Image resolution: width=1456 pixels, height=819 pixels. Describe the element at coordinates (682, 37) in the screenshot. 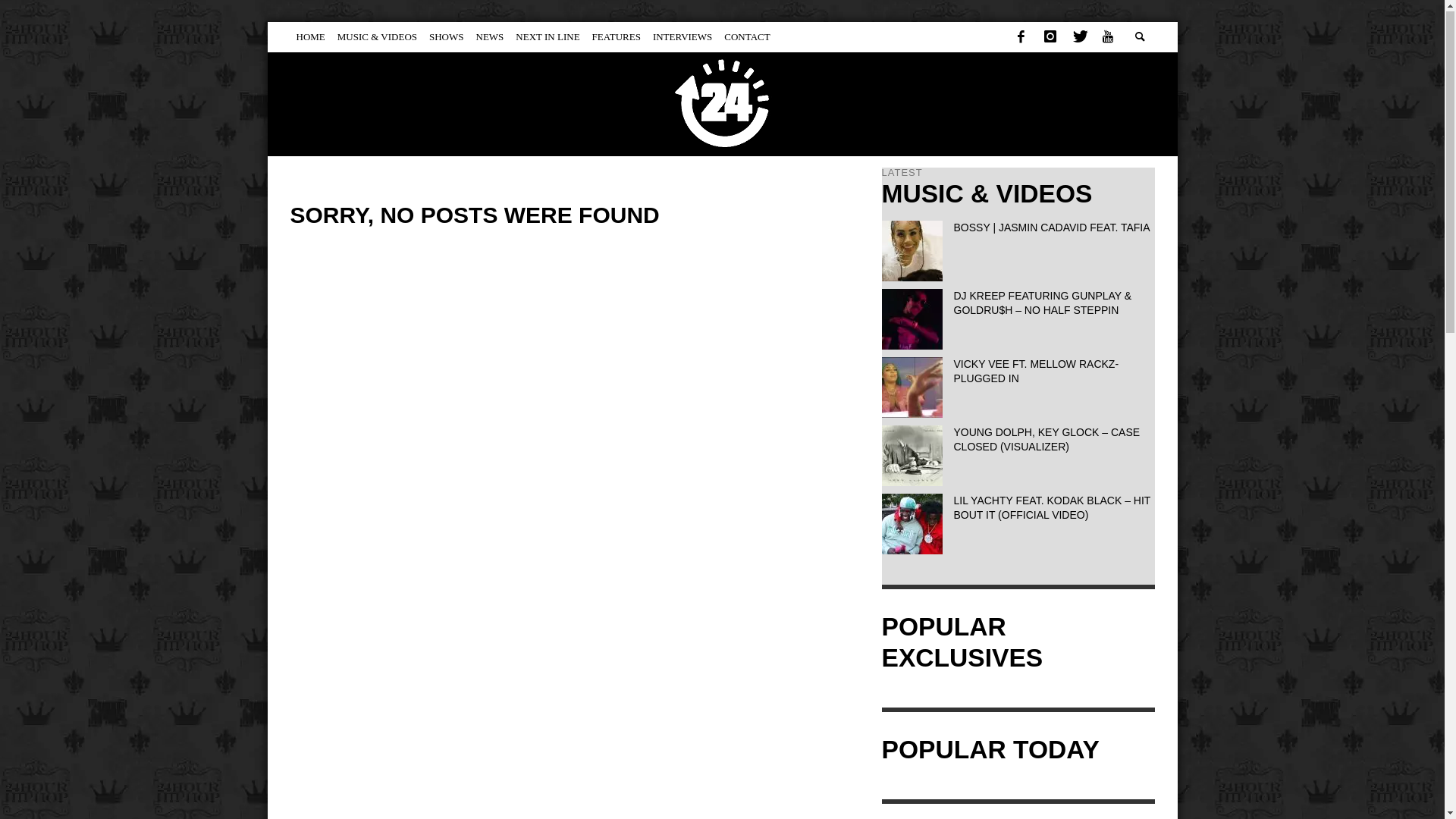

I see `'INTERVIEWS'` at that location.